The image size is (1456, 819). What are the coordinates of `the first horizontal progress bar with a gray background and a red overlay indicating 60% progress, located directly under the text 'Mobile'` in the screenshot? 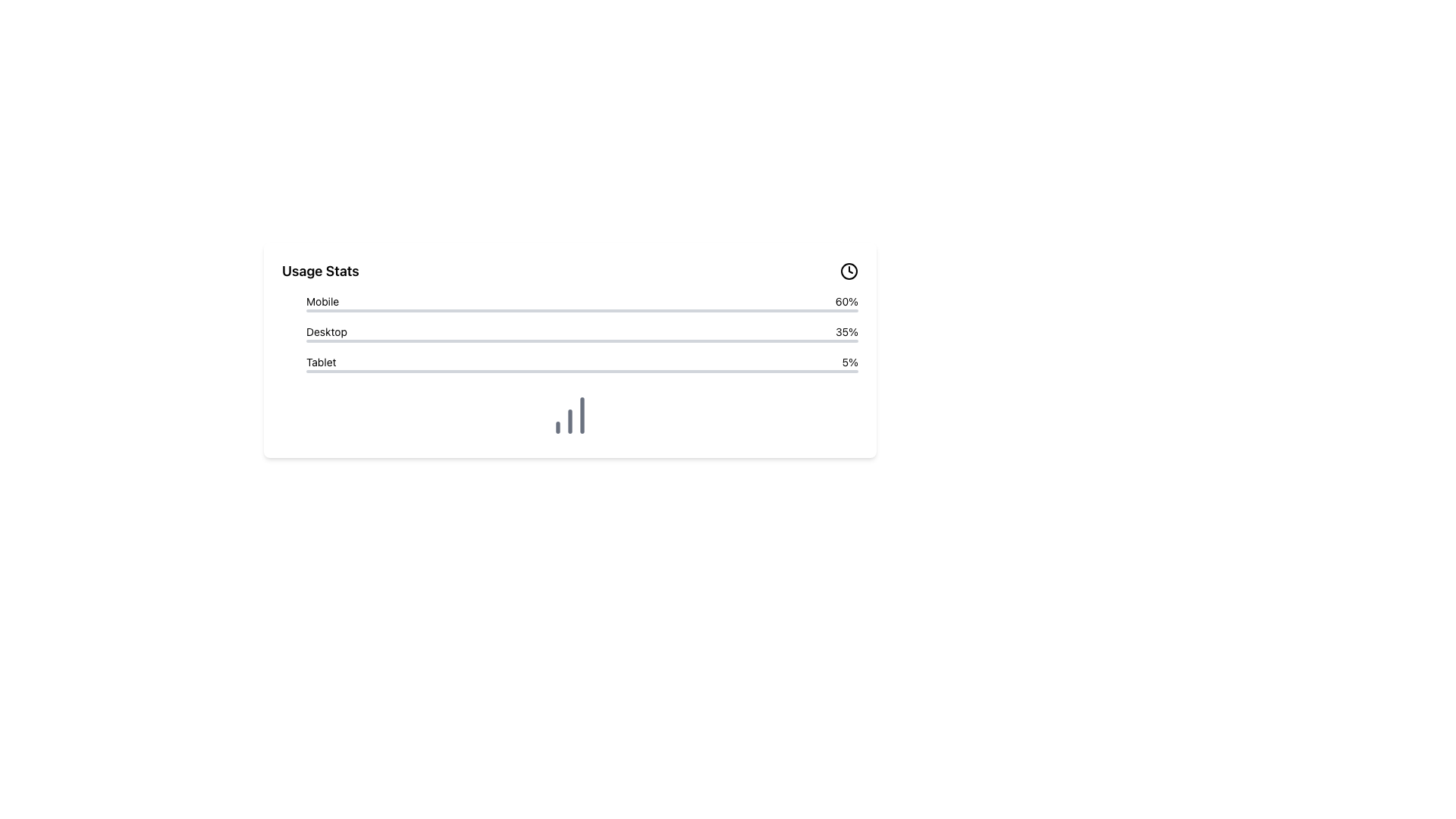 It's located at (582, 309).